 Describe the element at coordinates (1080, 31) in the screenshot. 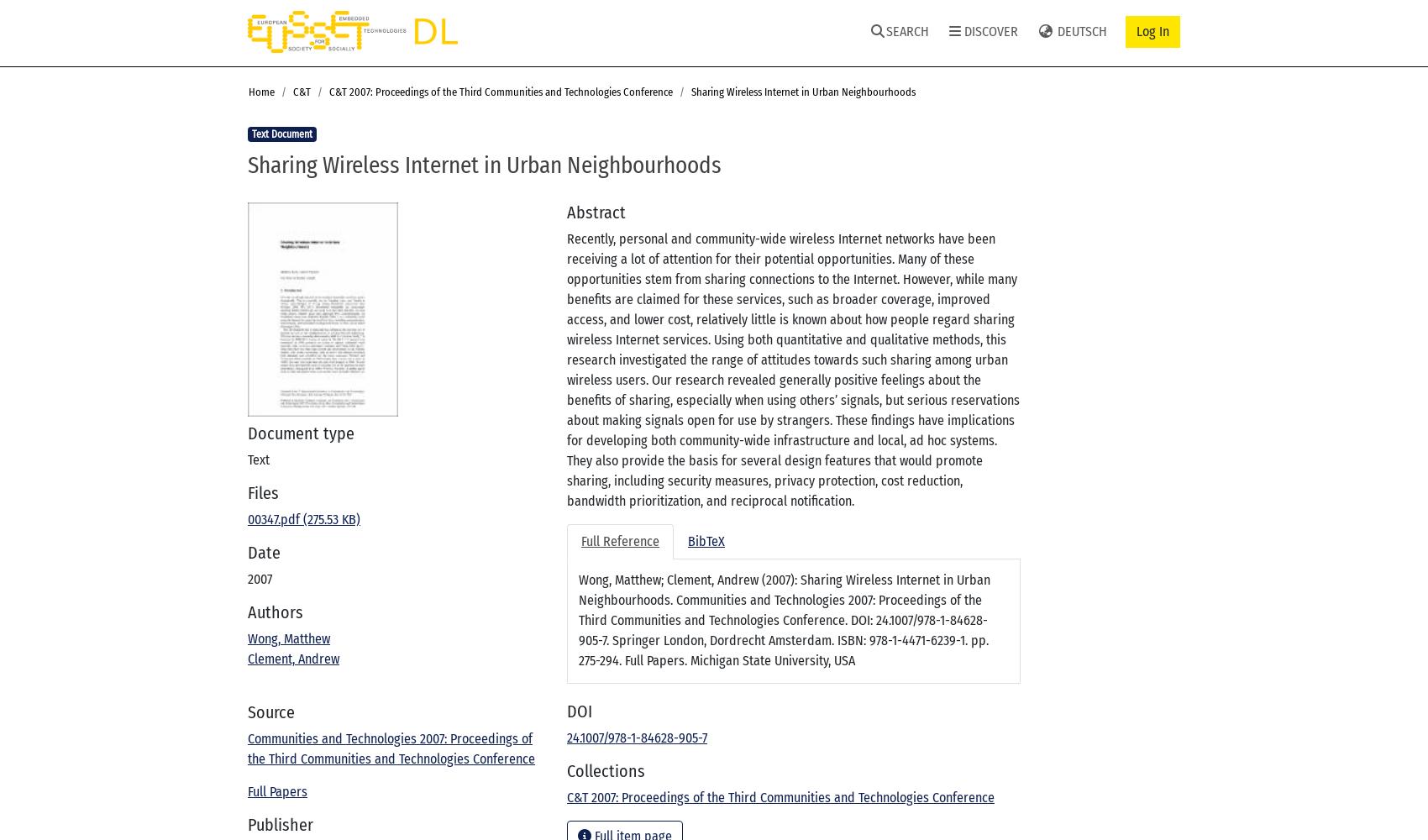

I see `'Deutsch'` at that location.